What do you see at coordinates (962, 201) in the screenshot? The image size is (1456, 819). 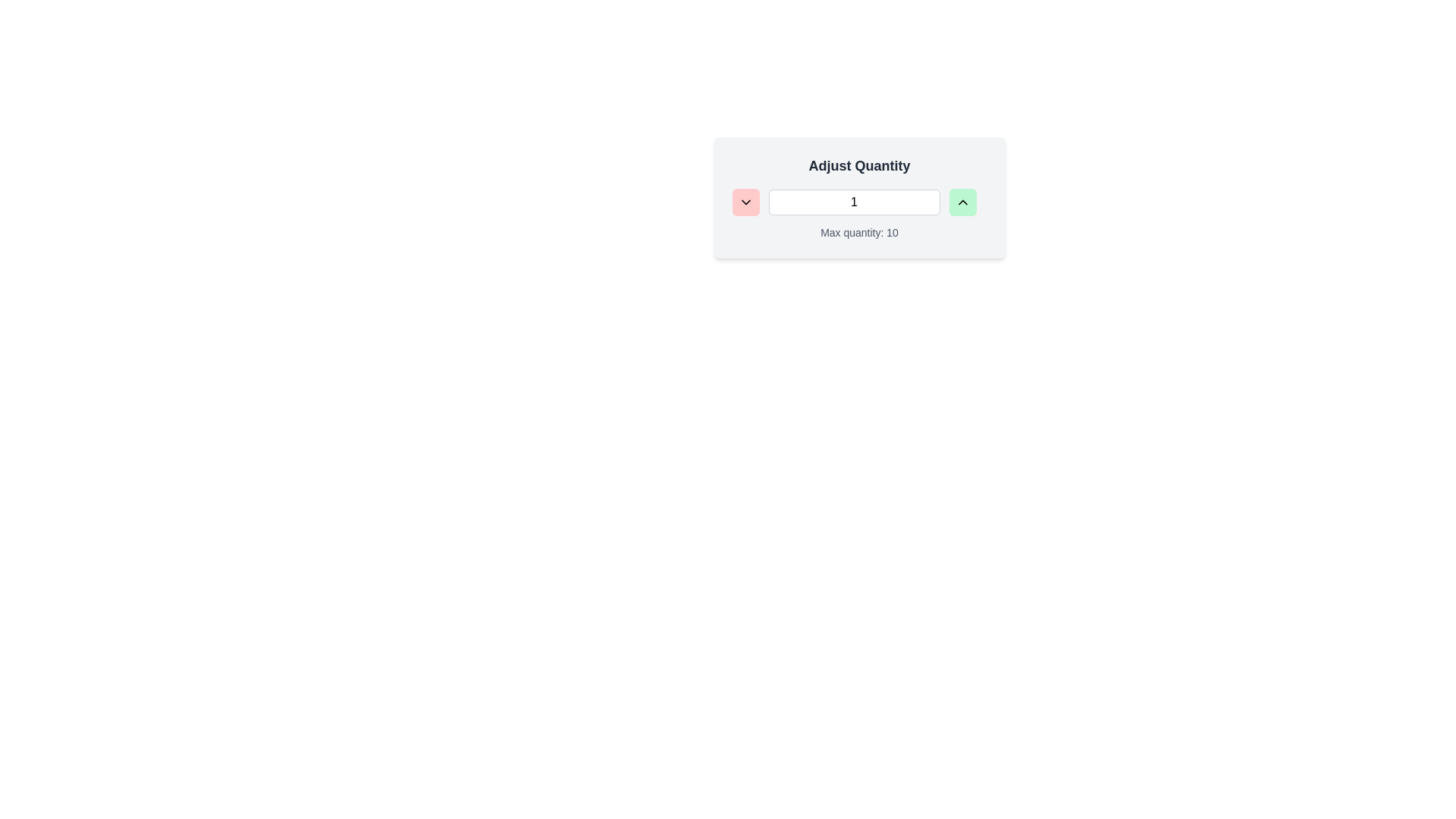 I see `the light green button with rounded corners and a black upward-pointing chevron icon to increment the value` at bounding box center [962, 201].